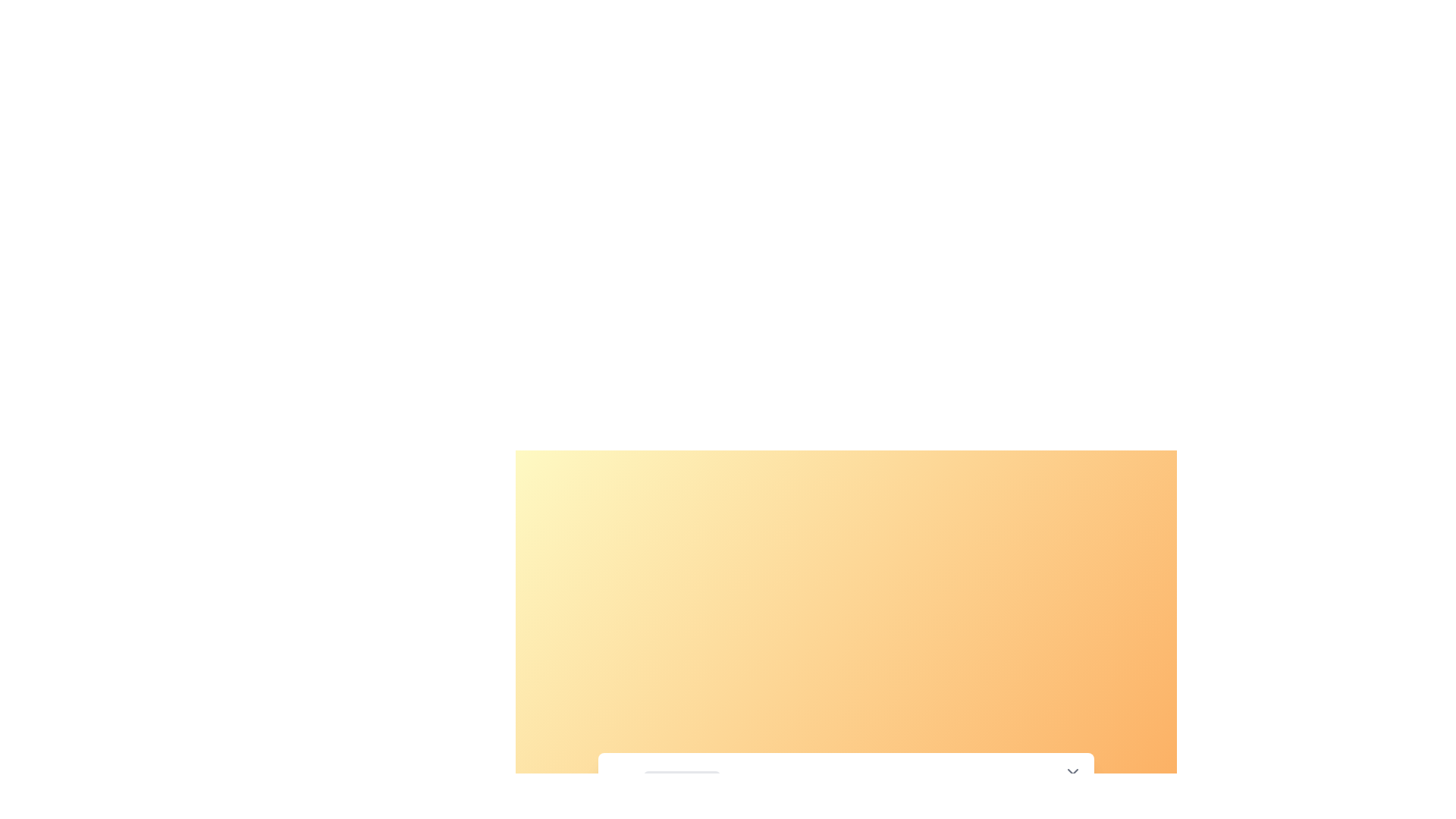 The width and height of the screenshot is (1456, 819). What do you see at coordinates (681, 783) in the screenshot?
I see `the filter option Nature from the dropdown` at bounding box center [681, 783].